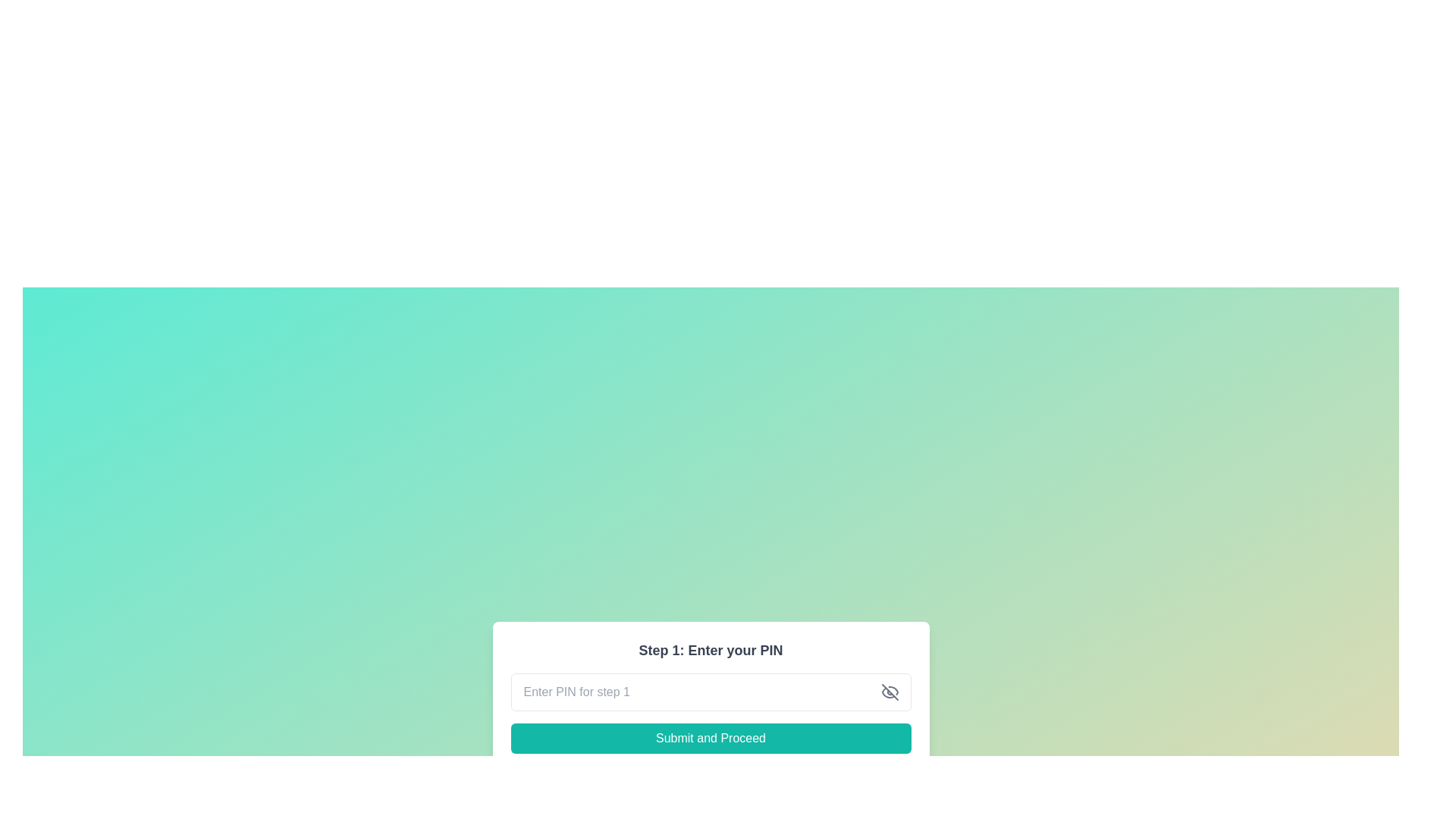 Image resolution: width=1456 pixels, height=819 pixels. I want to click on the text header that displays 'Step 1: Enter your PIN', so click(710, 649).